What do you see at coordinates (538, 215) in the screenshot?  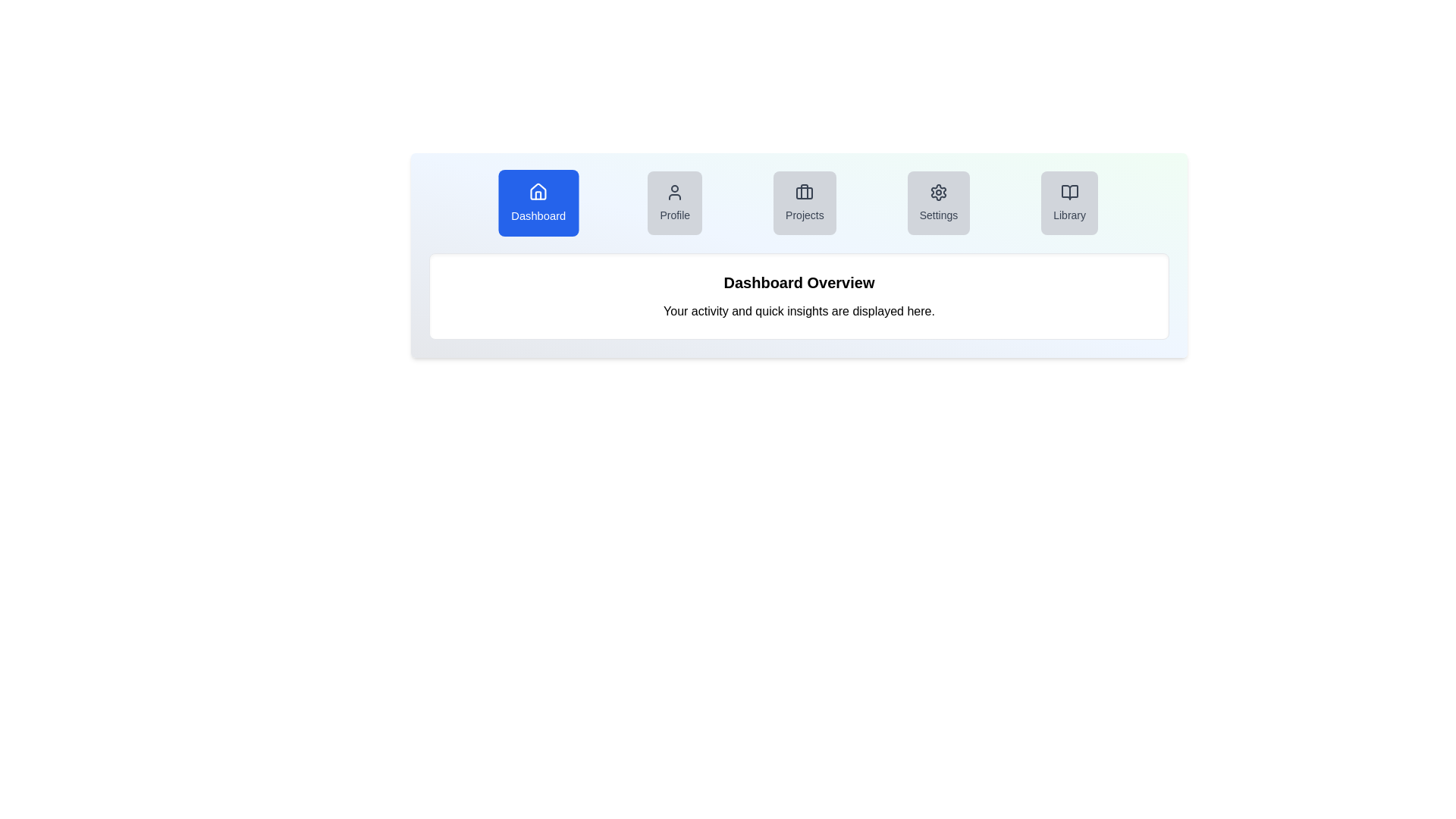 I see `the static text element displaying 'Dashboard', which is styled in blue and positioned below a house-shaped icon in the navigation grid` at bounding box center [538, 215].